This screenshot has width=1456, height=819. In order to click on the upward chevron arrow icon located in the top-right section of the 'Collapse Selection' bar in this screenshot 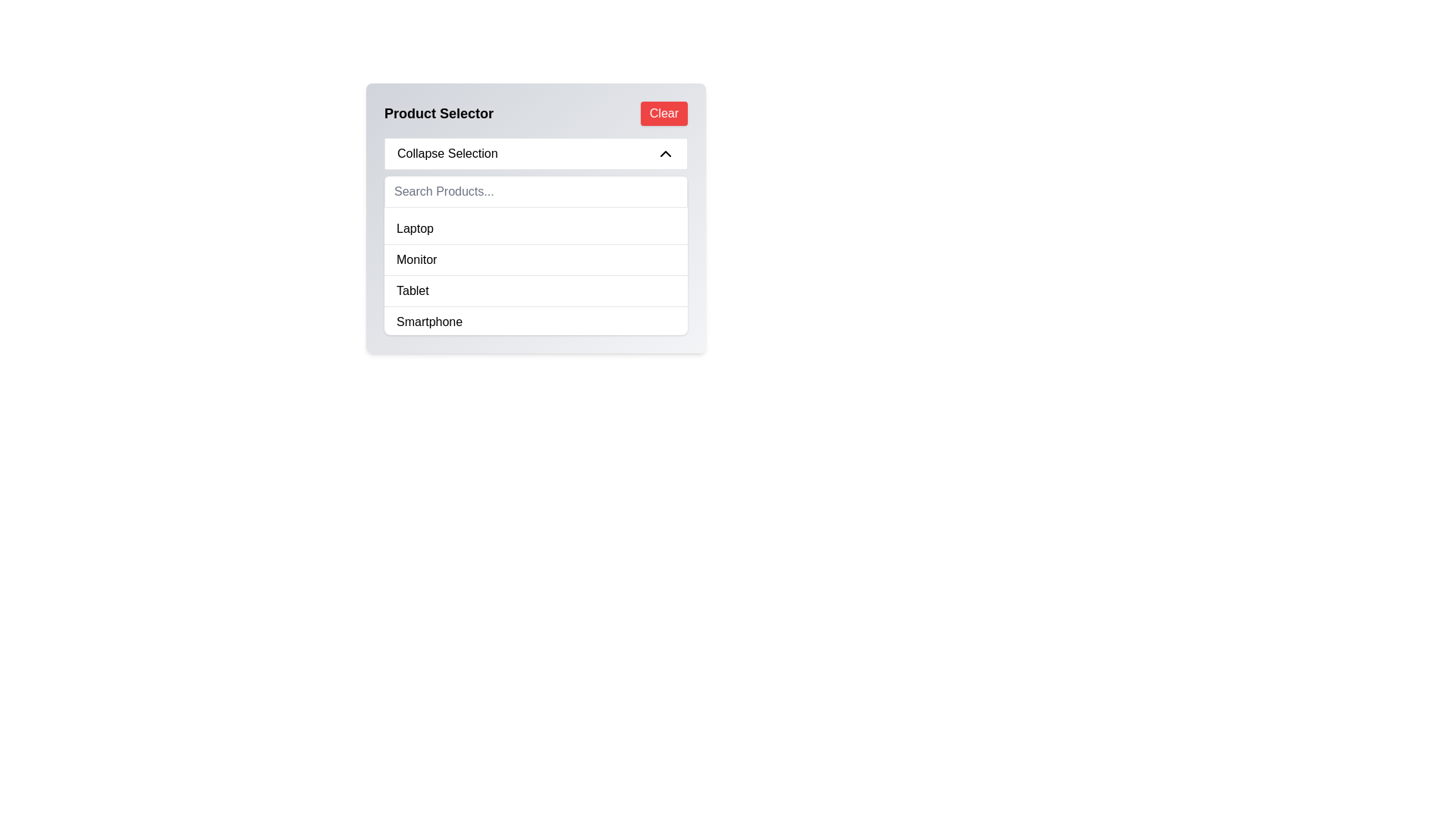, I will do `click(666, 154)`.